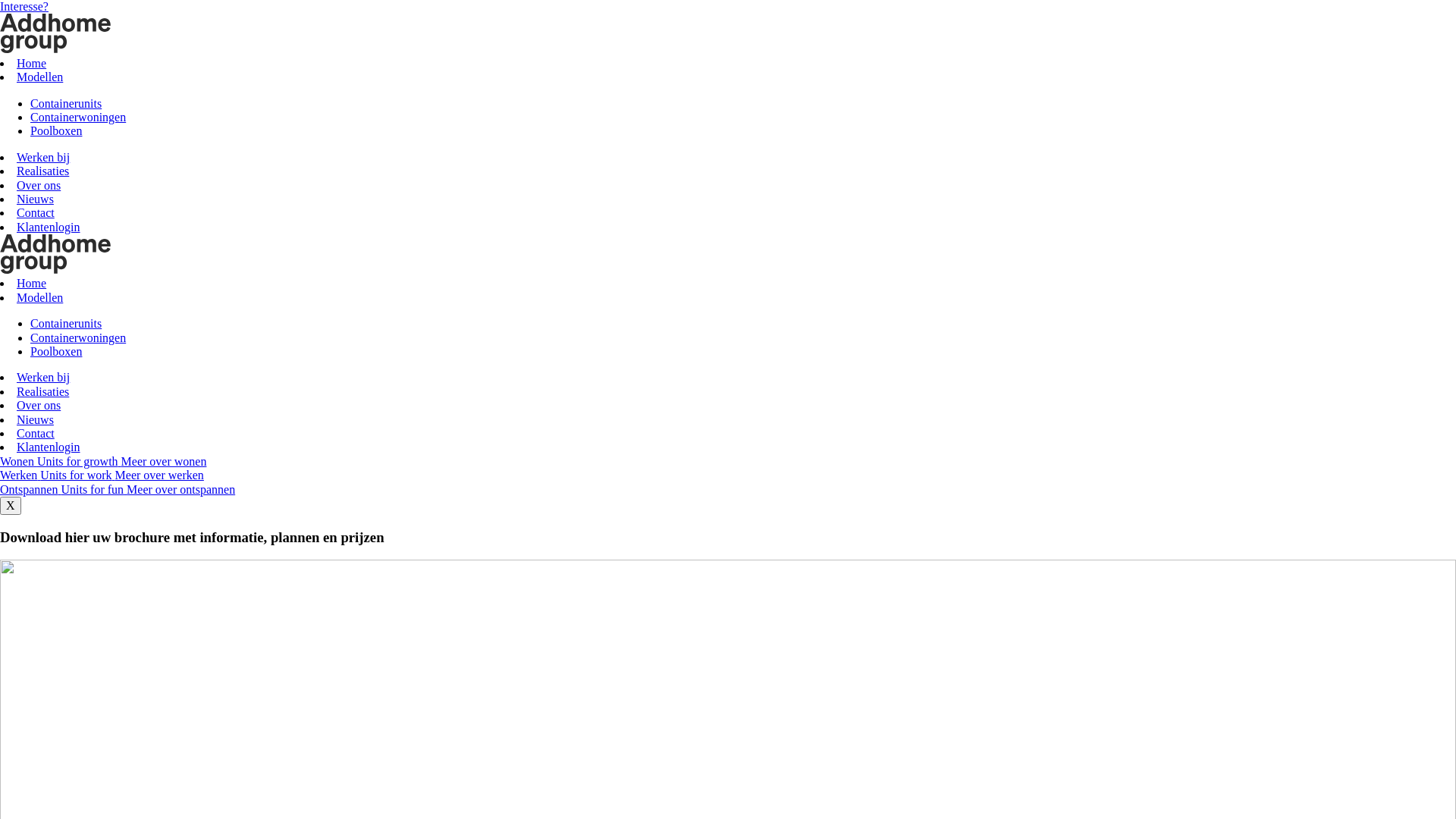  Describe the element at coordinates (101, 474) in the screenshot. I see `'Werken Units for work Meer over werken'` at that location.